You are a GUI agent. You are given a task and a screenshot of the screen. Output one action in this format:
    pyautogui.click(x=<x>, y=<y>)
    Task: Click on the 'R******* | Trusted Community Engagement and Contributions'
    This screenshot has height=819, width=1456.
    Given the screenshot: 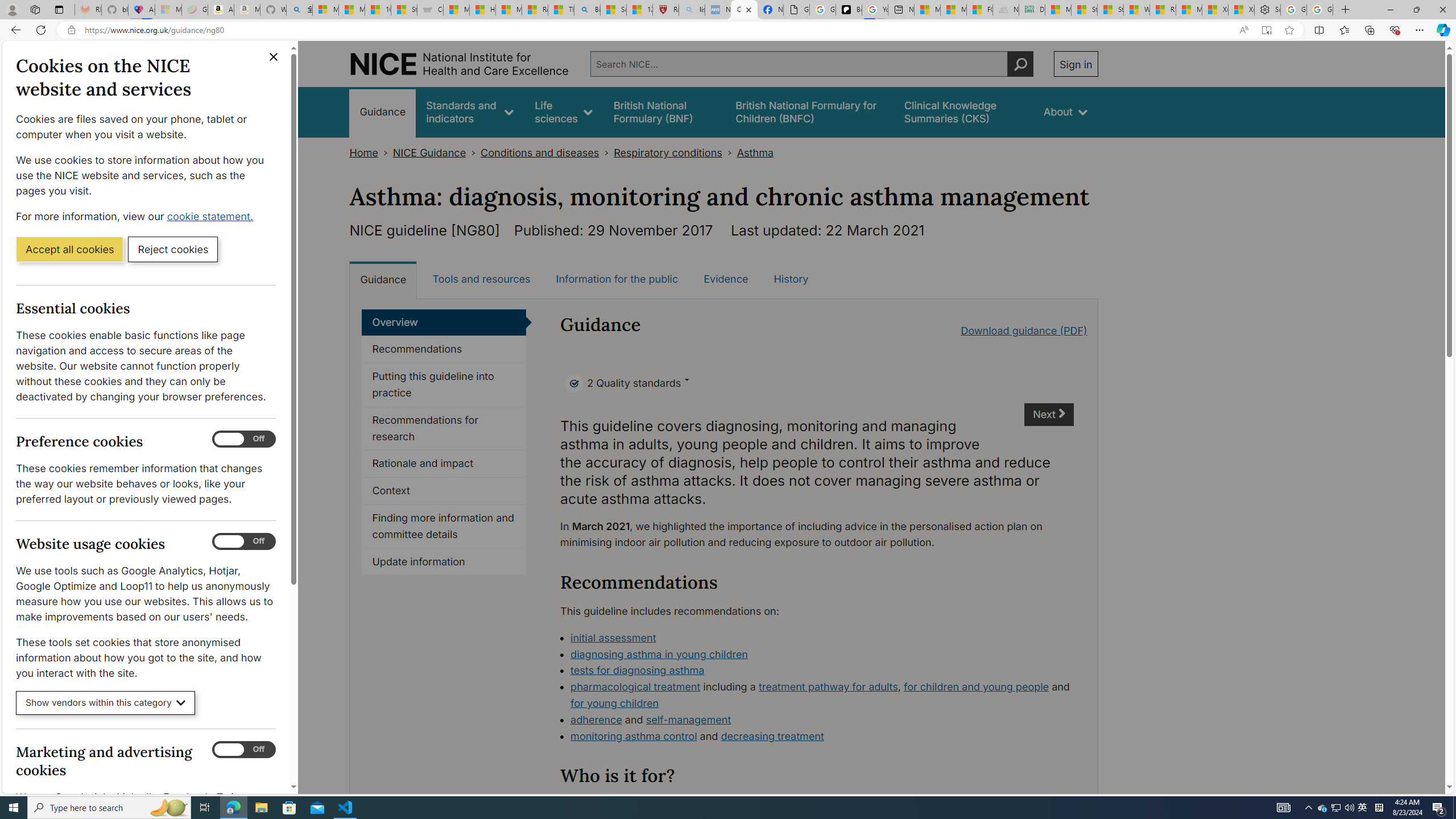 What is the action you would take?
    pyautogui.click(x=1162, y=9)
    